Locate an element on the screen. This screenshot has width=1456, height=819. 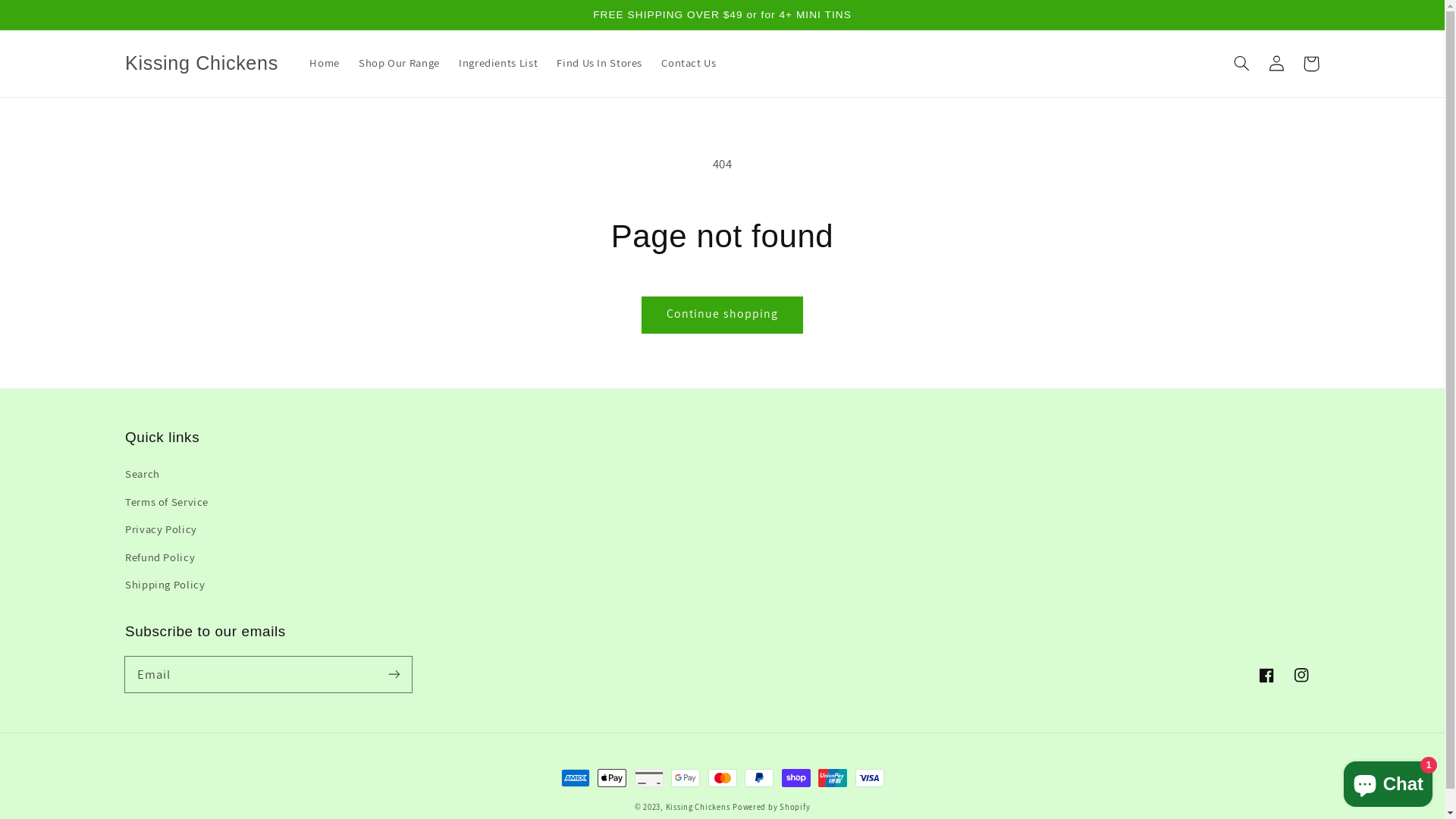
'Find Us In Stores' is located at coordinates (546, 63).